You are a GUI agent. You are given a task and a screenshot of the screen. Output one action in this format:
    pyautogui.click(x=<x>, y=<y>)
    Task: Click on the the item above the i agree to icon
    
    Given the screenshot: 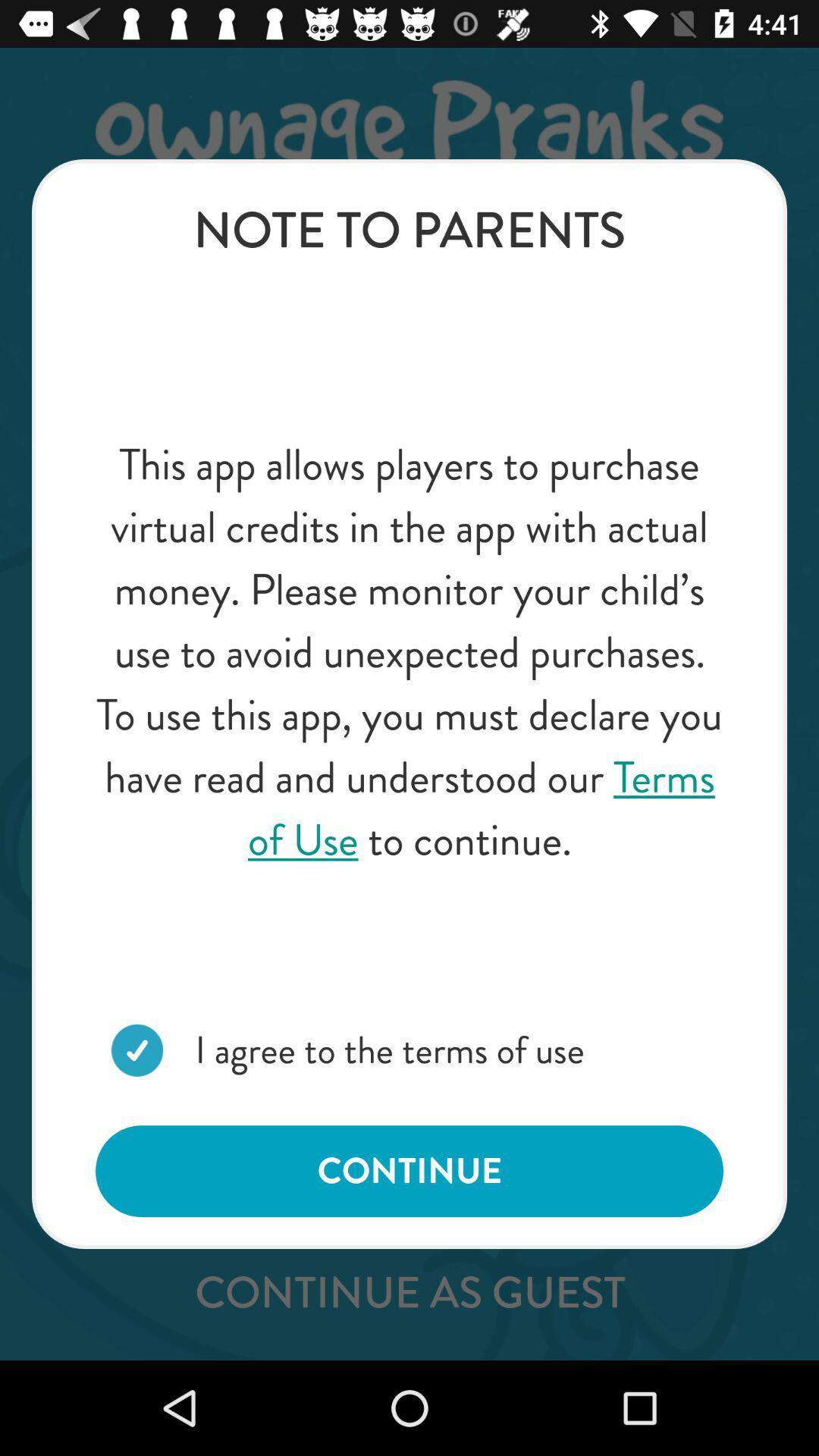 What is the action you would take?
    pyautogui.click(x=409, y=652)
    